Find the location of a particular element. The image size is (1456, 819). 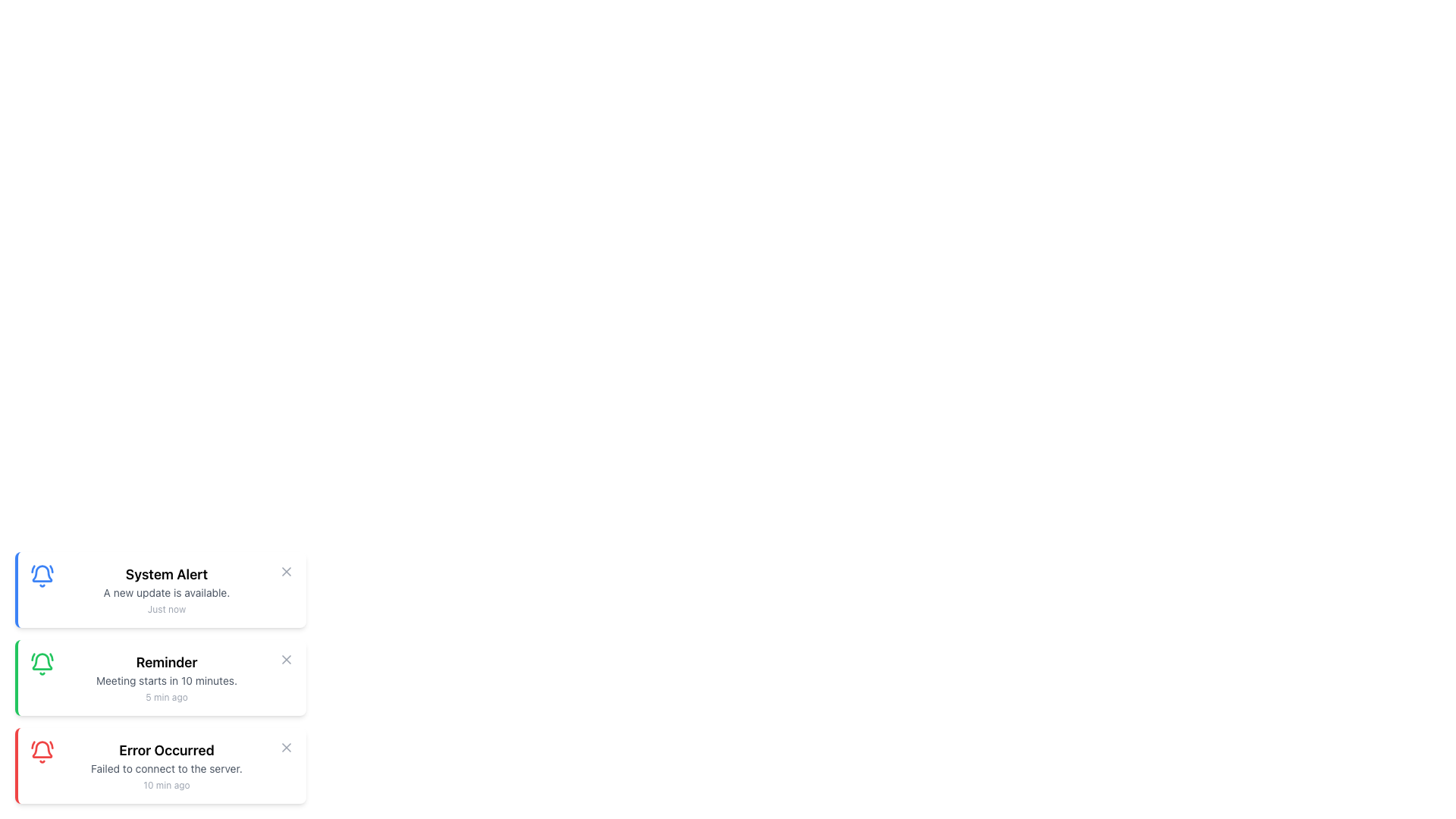

the time reference label indicating that the associated notification occurred 10 minutes ago, located at the bottom-left corner of the 'Error Occurred' notification box is located at coordinates (167, 785).